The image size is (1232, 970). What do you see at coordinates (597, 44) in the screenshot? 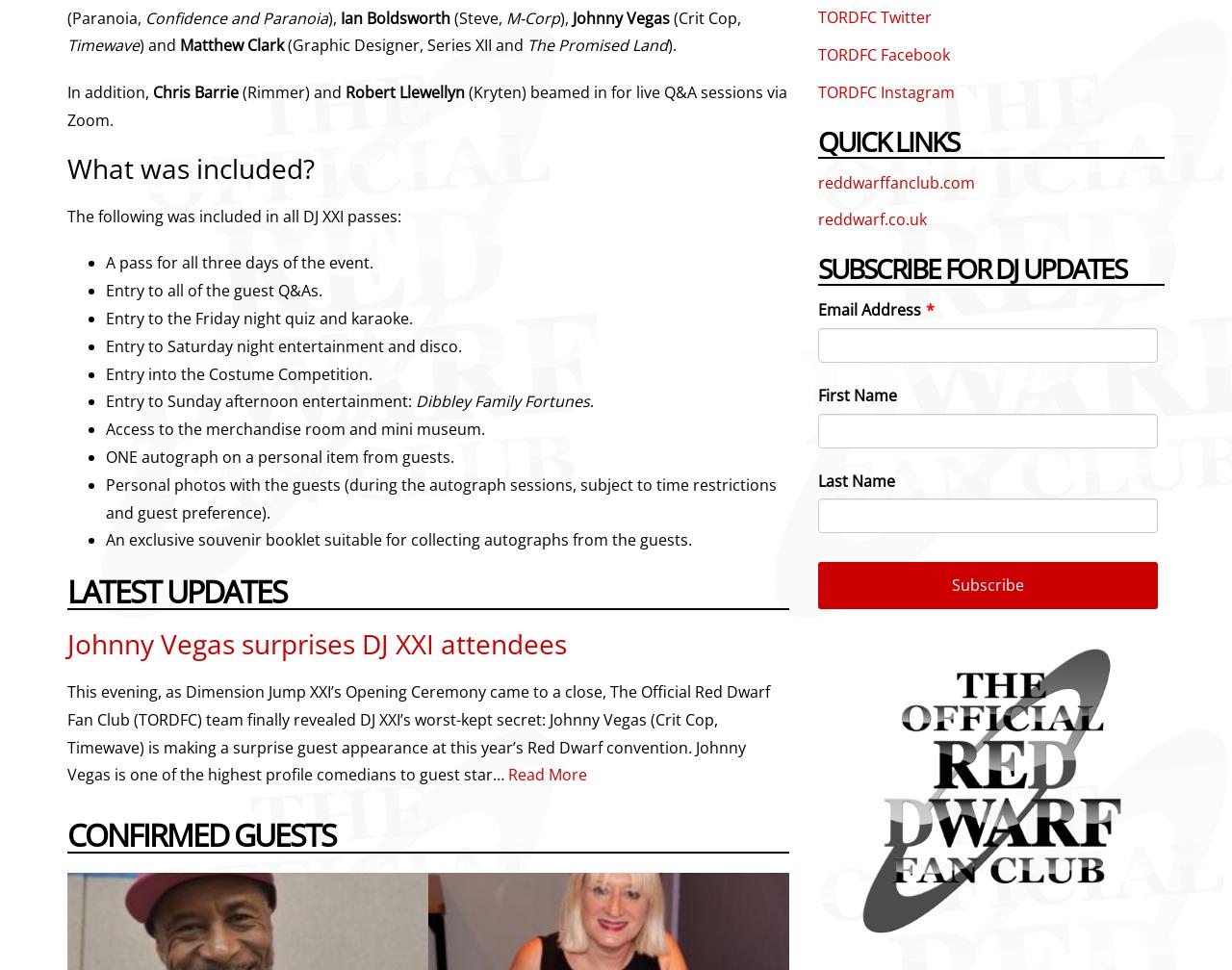
I see `'The Promised Land'` at bounding box center [597, 44].